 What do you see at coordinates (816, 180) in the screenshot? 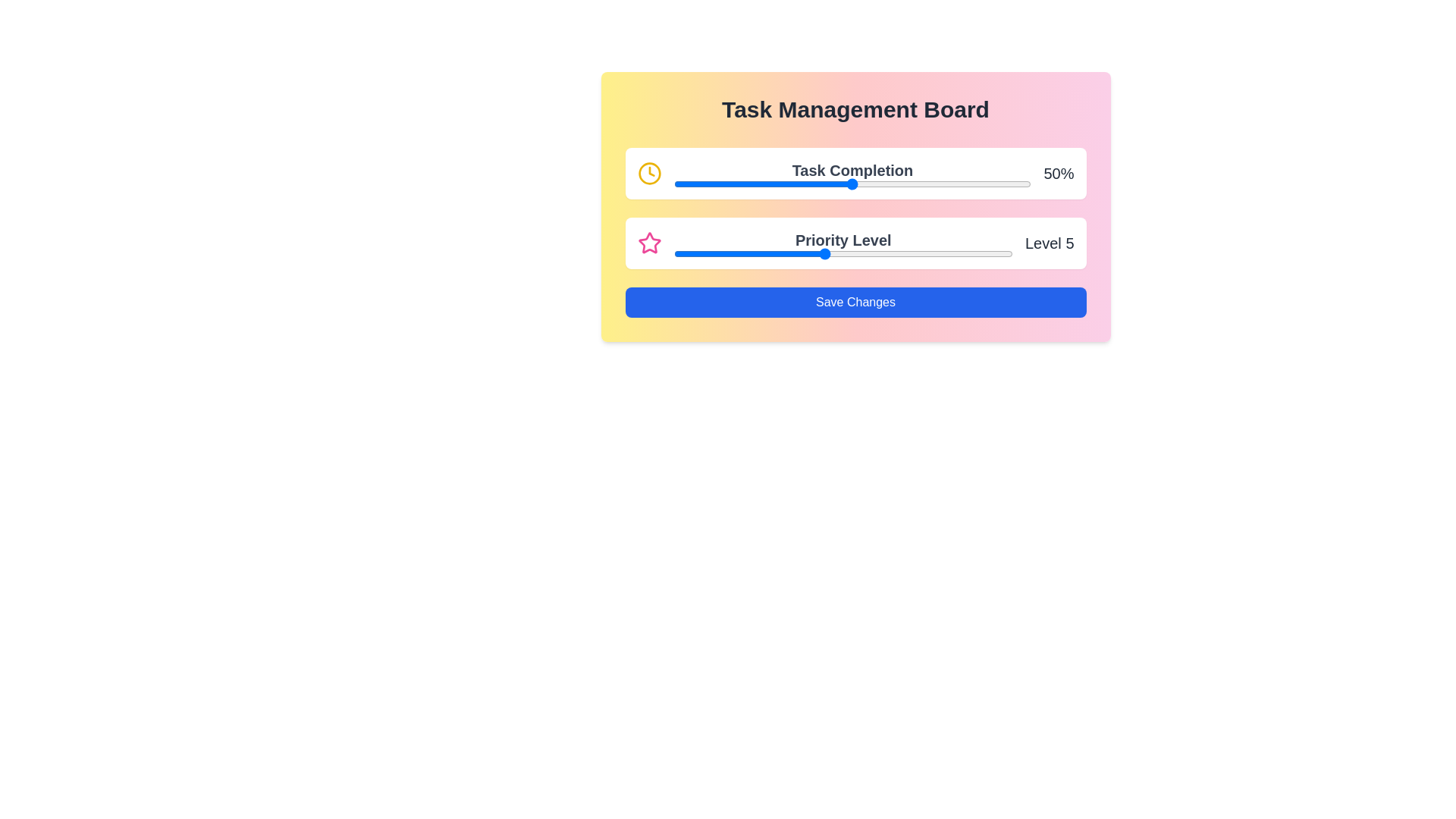
I see `task completion` at bounding box center [816, 180].